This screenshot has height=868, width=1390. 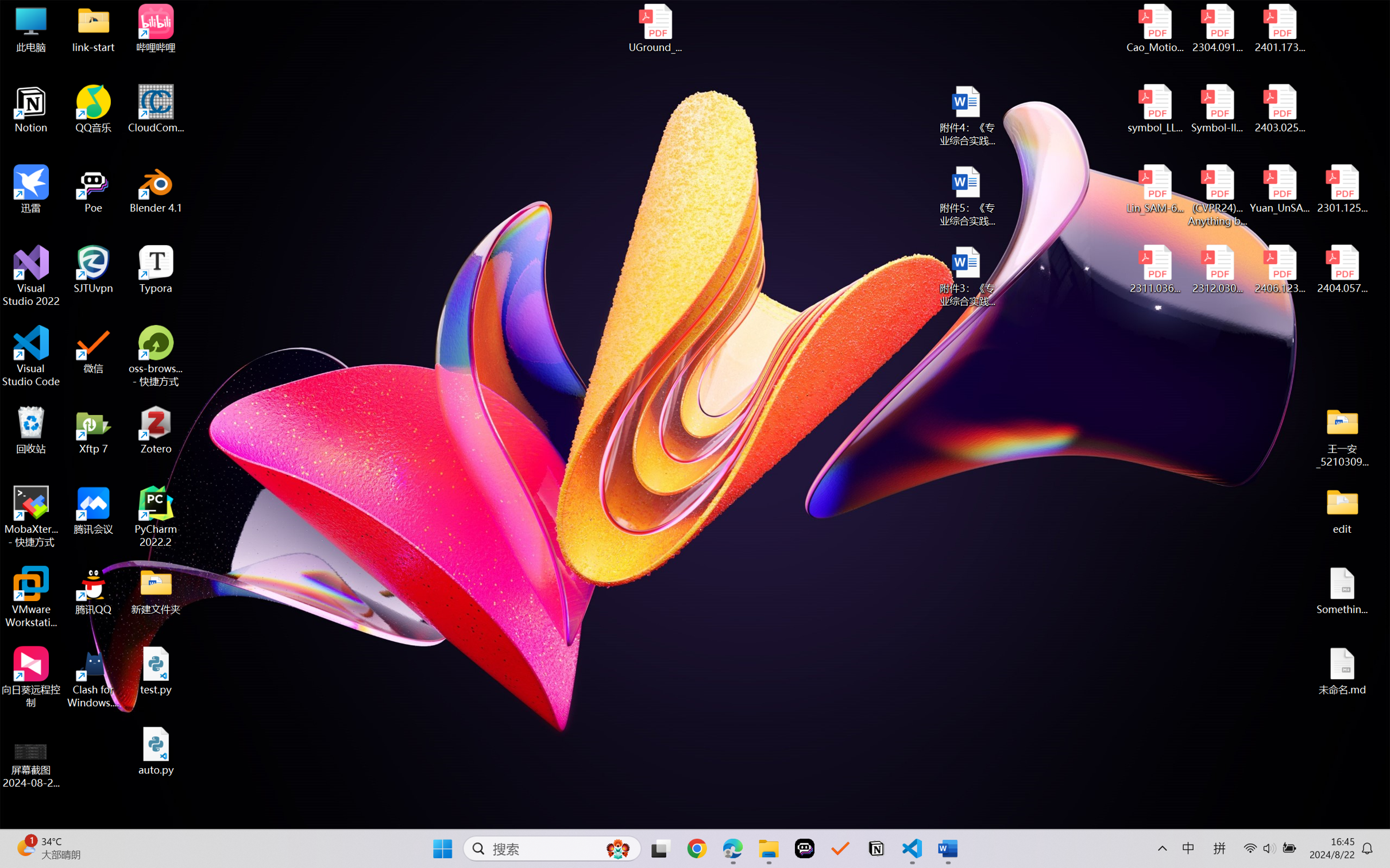 I want to click on 'CloudCompare', so click(x=156, y=109).